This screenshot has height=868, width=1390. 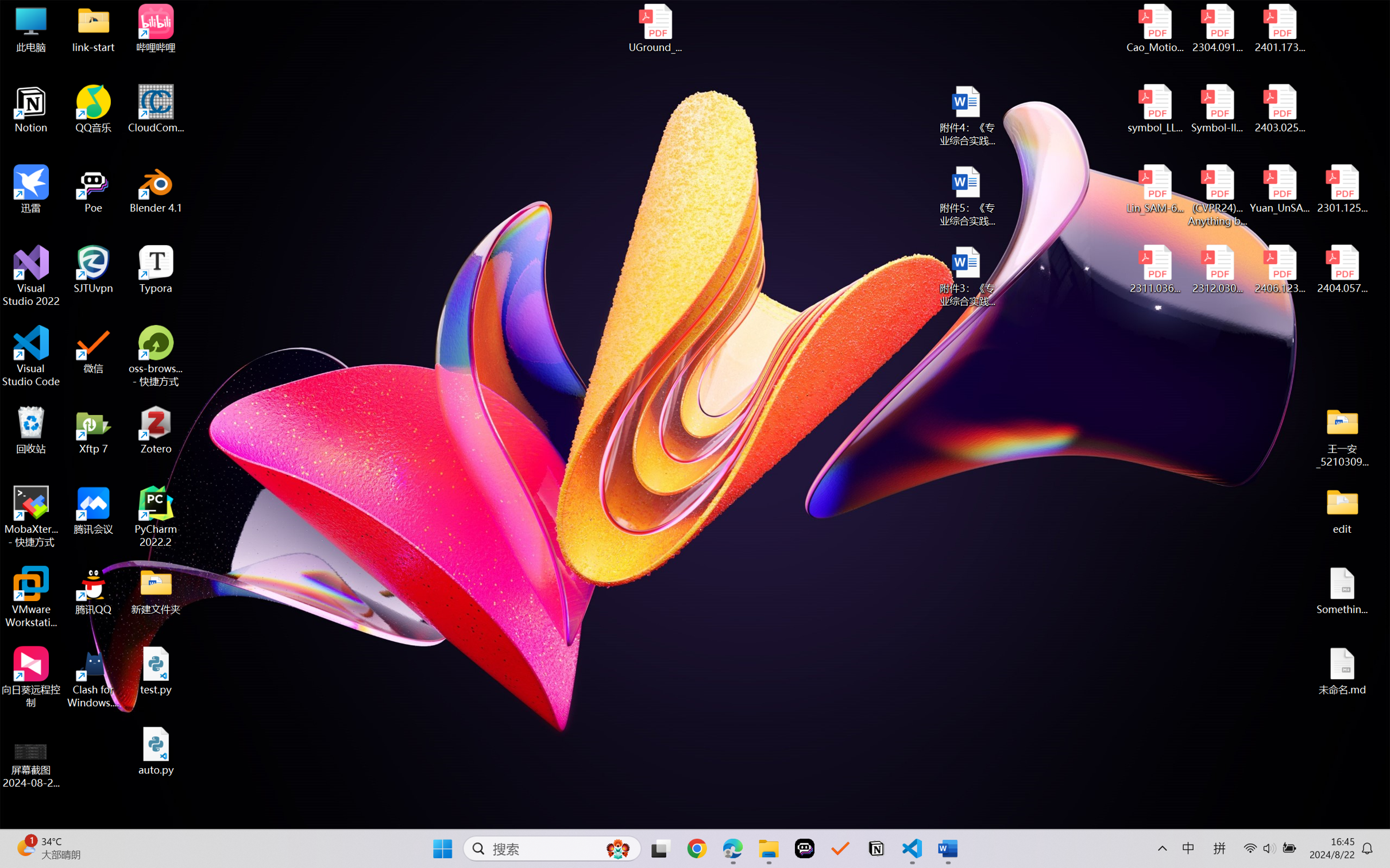 I want to click on 'CloudCompare', so click(x=156, y=109).